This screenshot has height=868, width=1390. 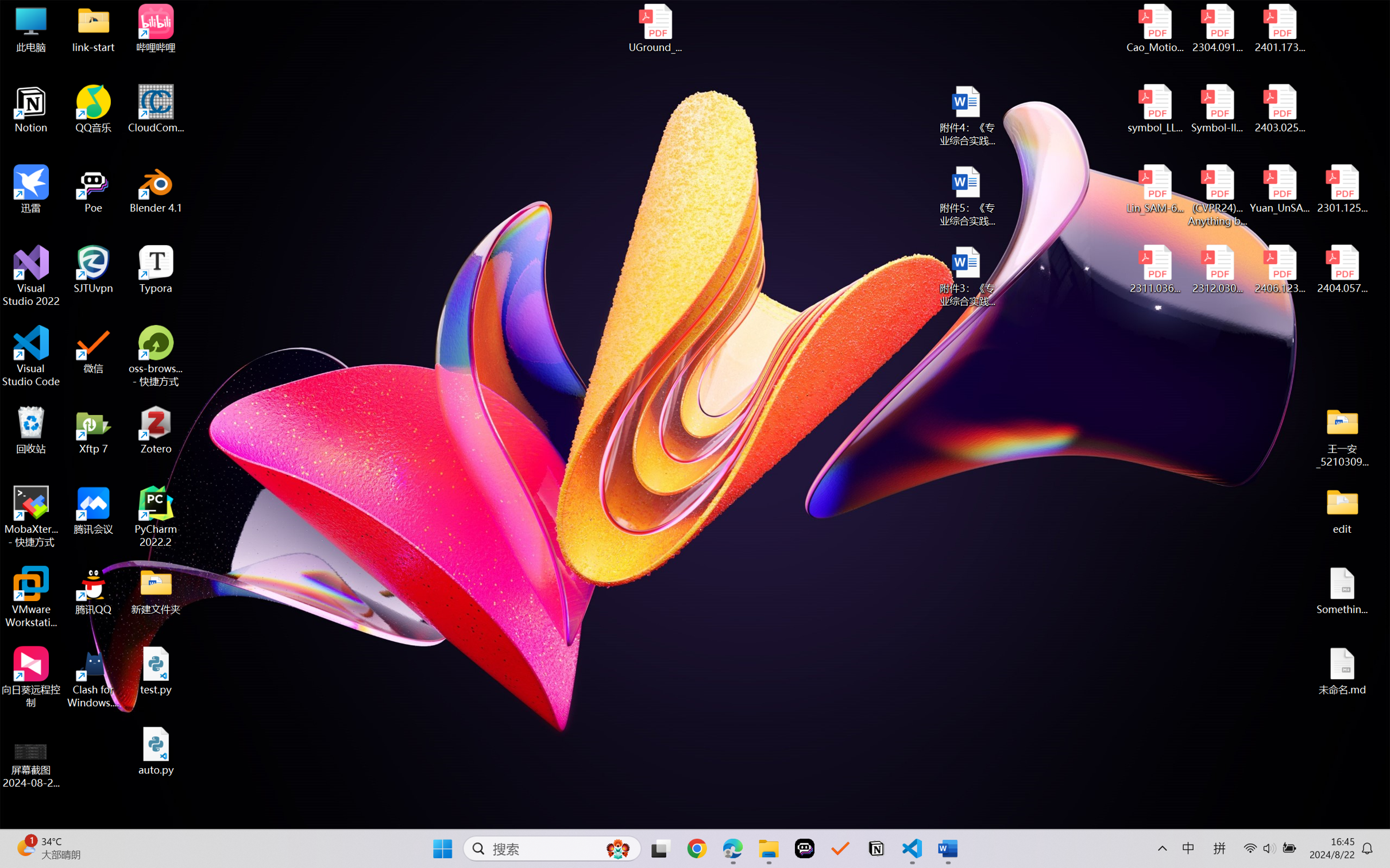 I want to click on 'CloudCompare', so click(x=156, y=109).